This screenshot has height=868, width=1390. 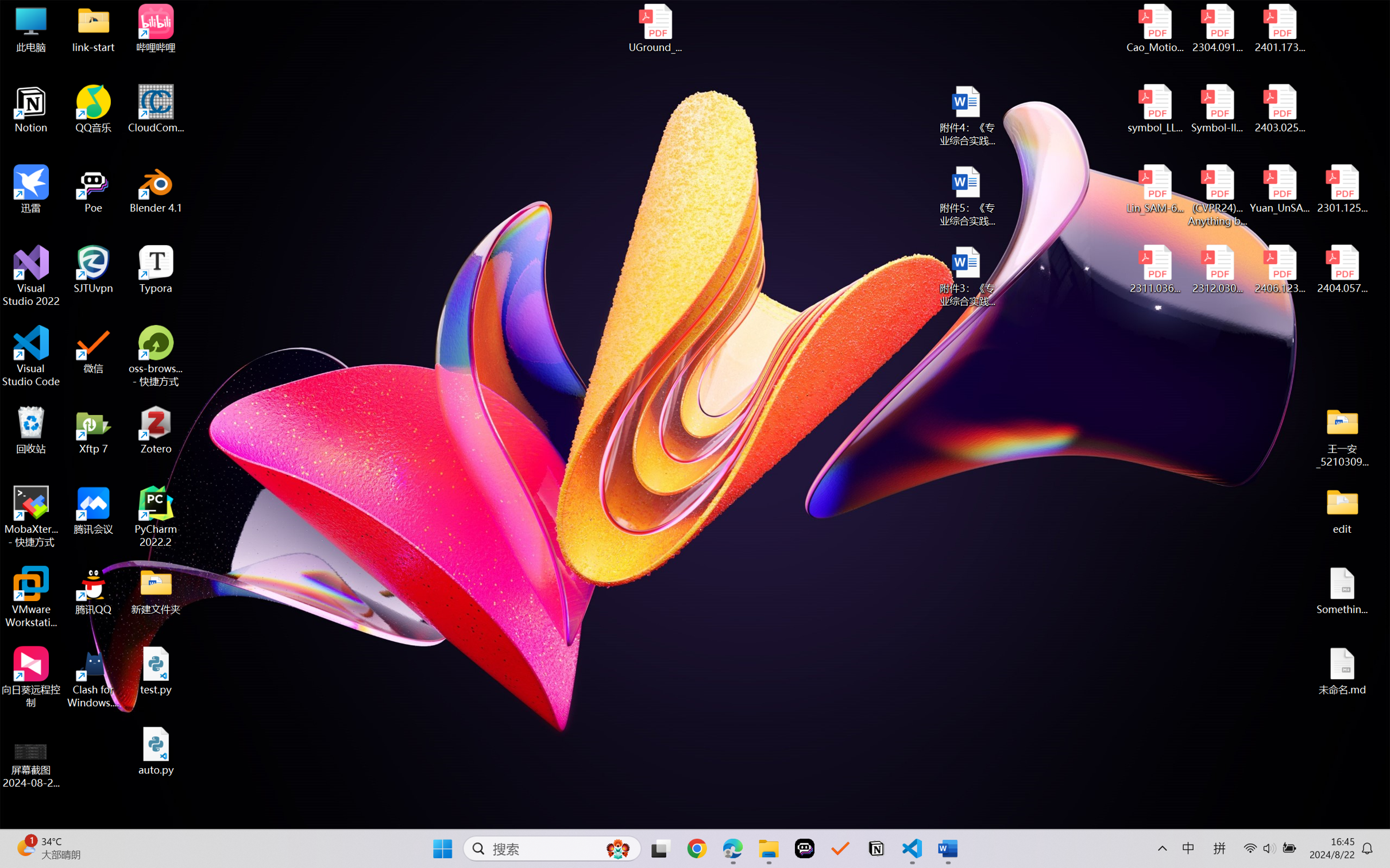 I want to click on 'CloudCompare', so click(x=156, y=109).